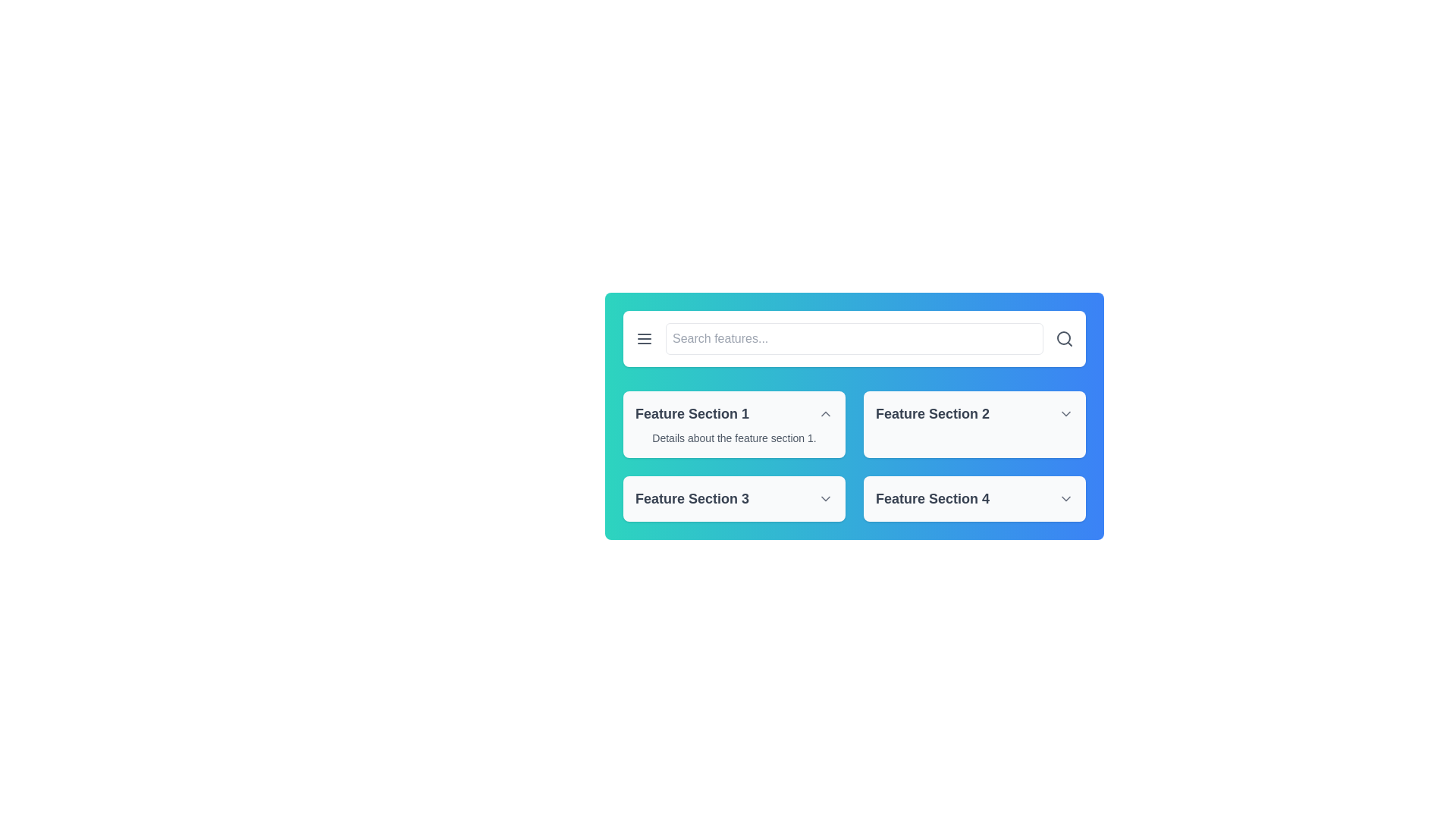 Image resolution: width=1456 pixels, height=819 pixels. Describe the element at coordinates (734, 438) in the screenshot. I see `the text block displaying 'Details about the feature section 1.' which is located below the title 'Feature Section 1' in the card layout` at that location.